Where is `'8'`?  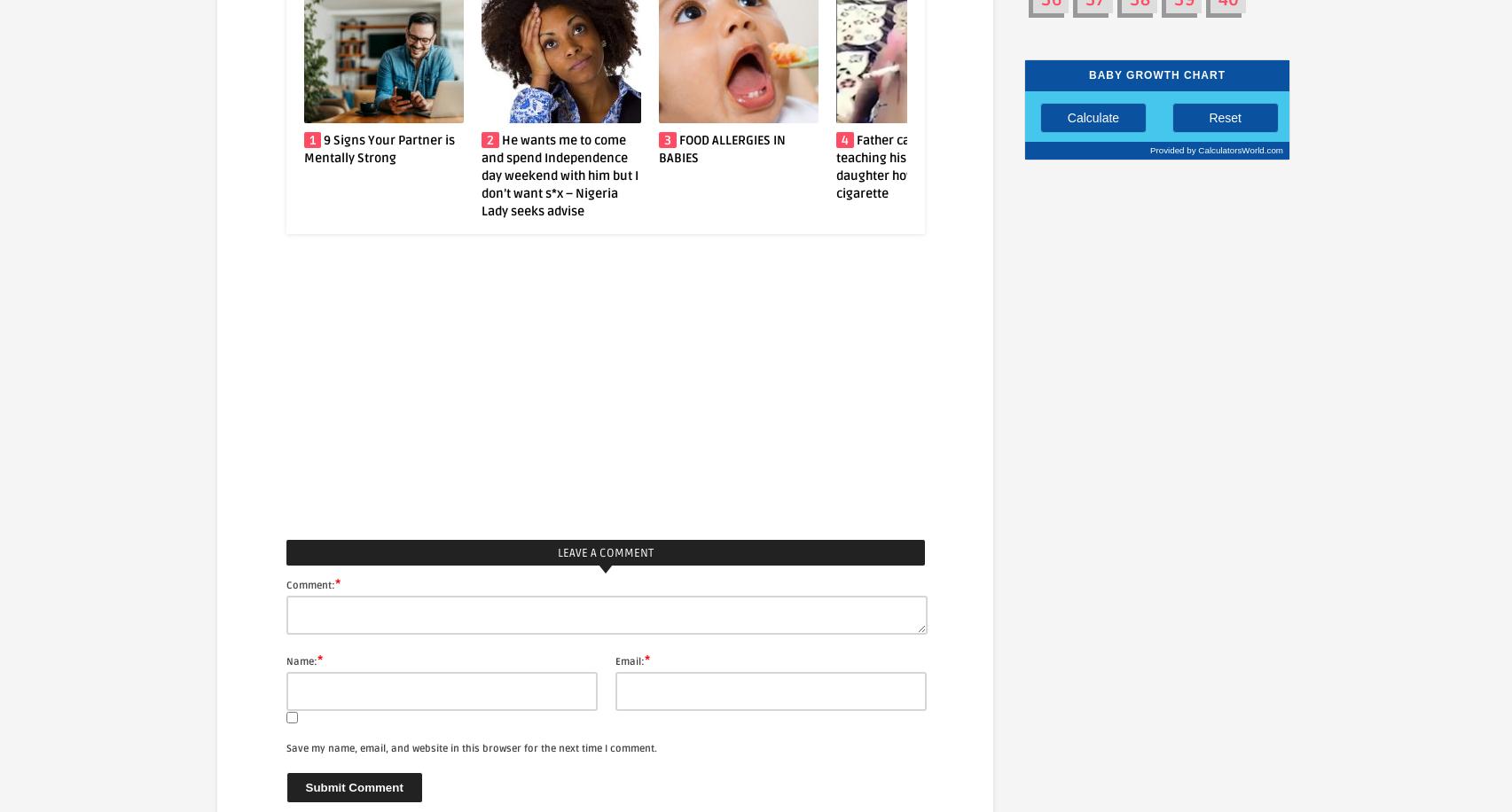
'8' is located at coordinates (1375, 139).